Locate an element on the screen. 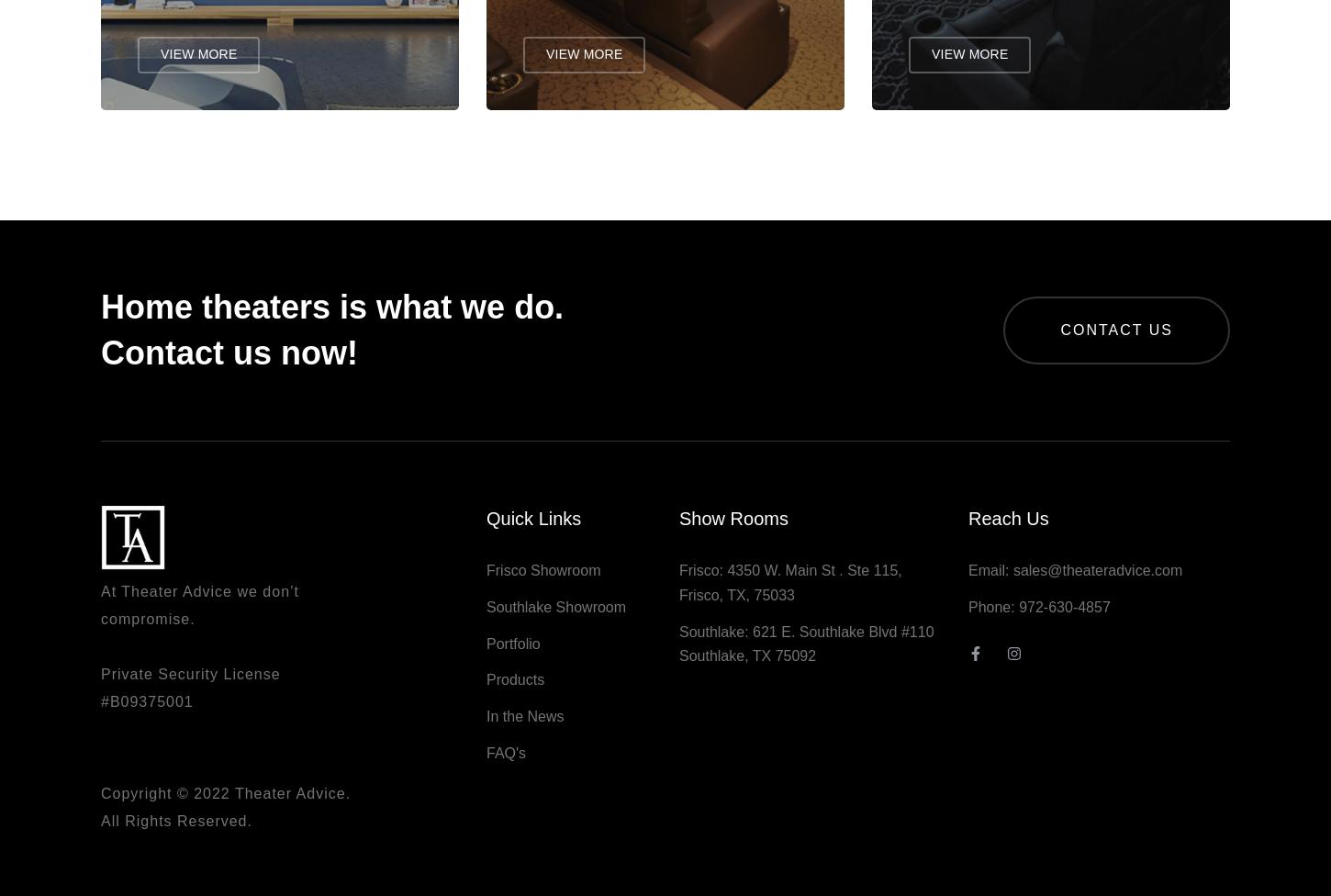 This screenshot has width=1331, height=896. 'sales@theateradvice.com' is located at coordinates (1012, 578).